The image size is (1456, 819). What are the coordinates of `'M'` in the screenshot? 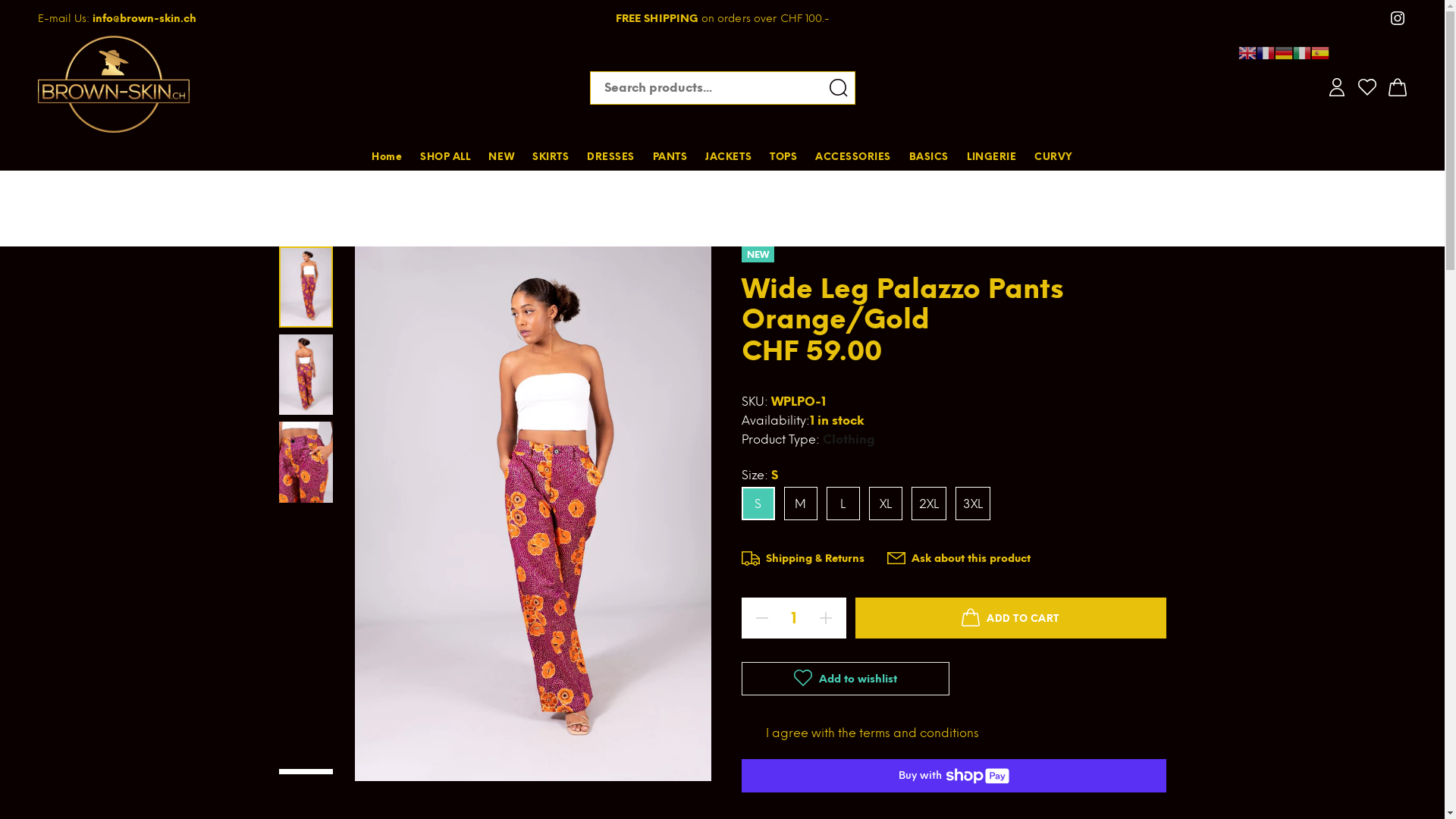 It's located at (800, 503).